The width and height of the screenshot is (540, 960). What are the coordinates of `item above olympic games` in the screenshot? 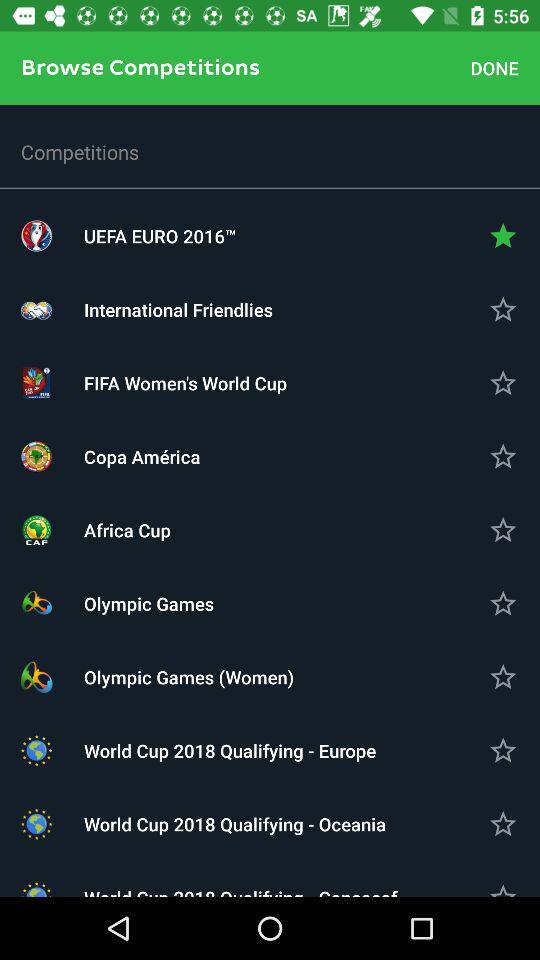 It's located at (270, 529).